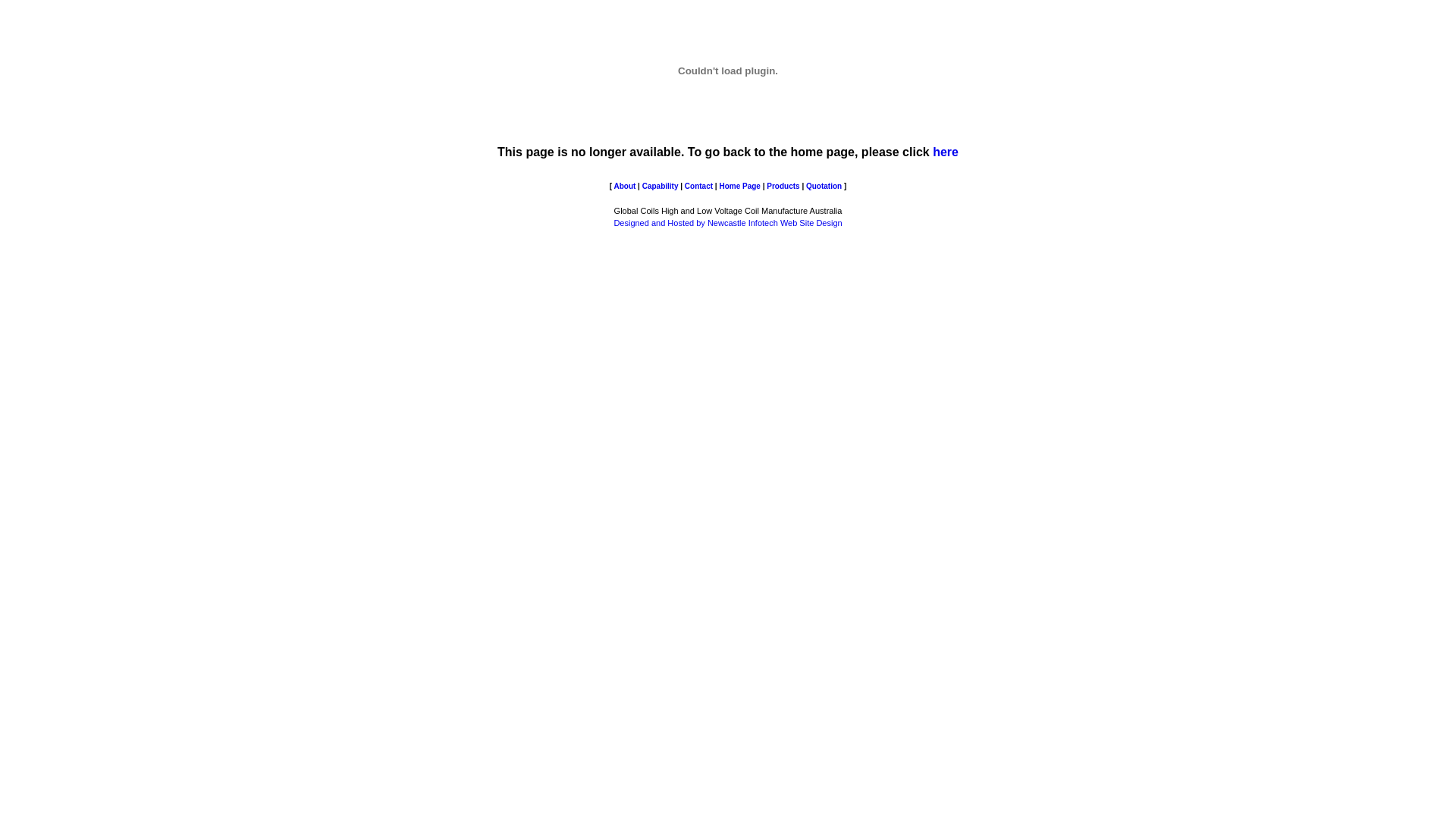 This screenshot has width=1456, height=819. I want to click on 'Quotation', so click(823, 185).